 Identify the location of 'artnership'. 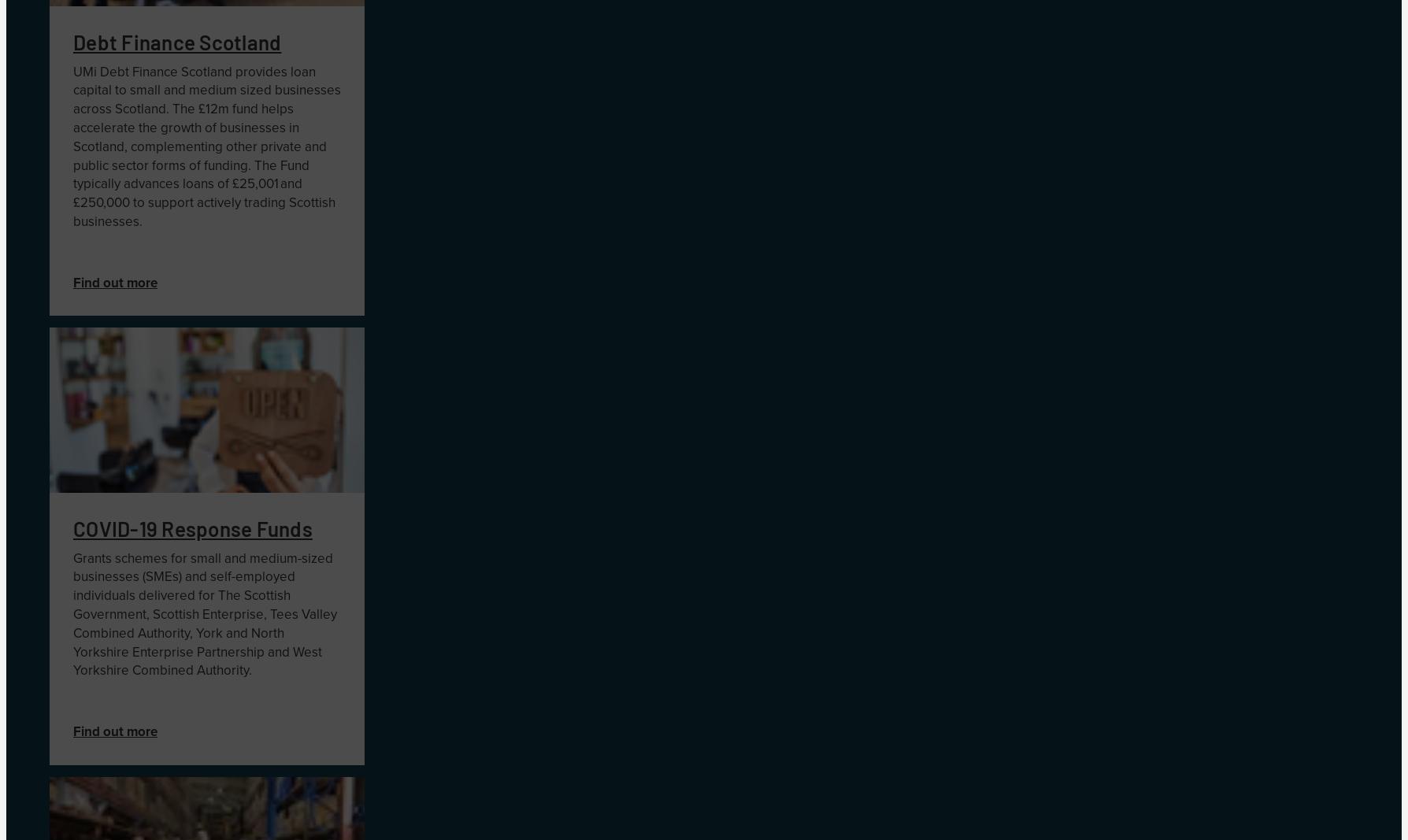
(234, 650).